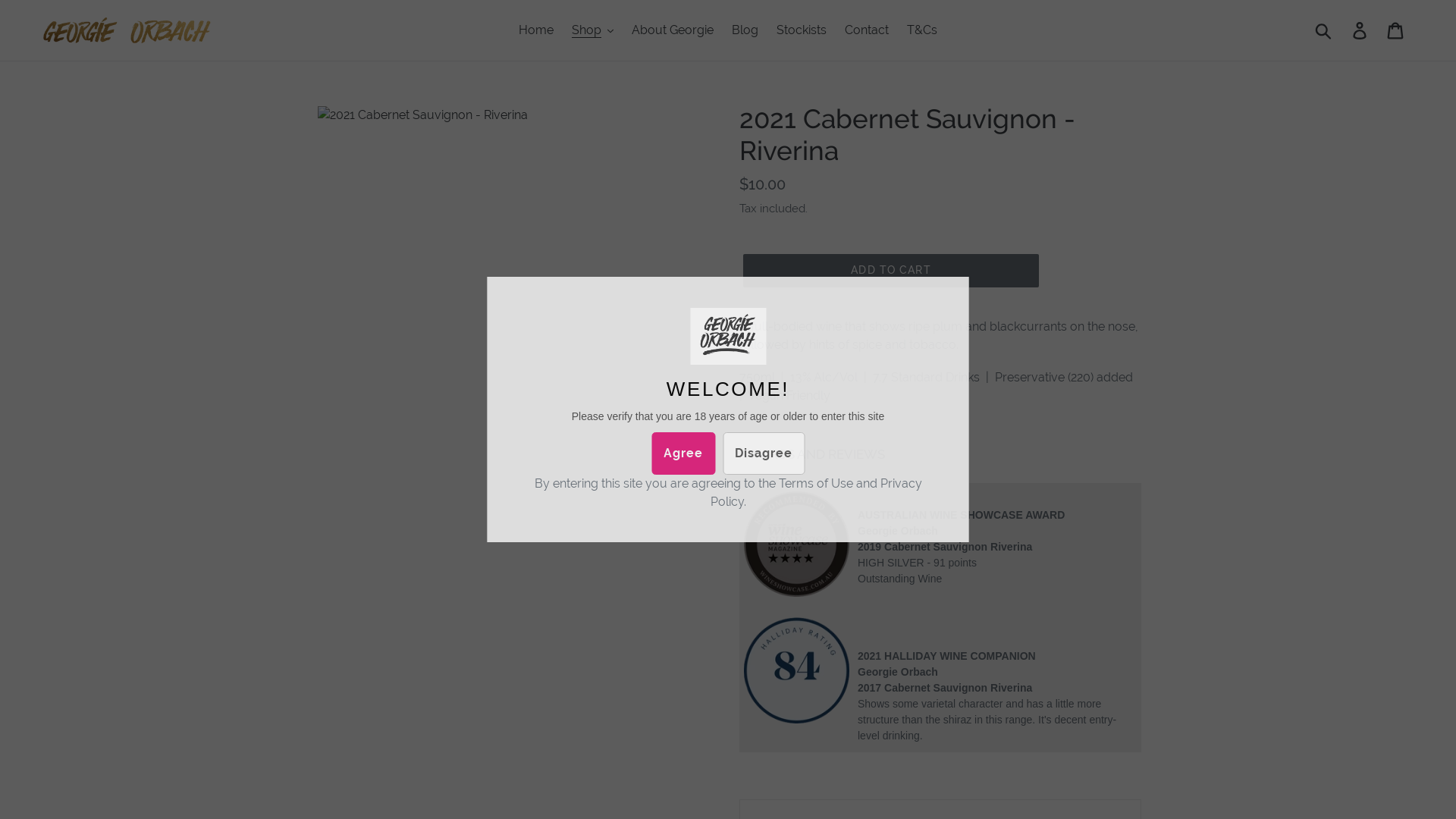 This screenshot has height=819, width=1456. What do you see at coordinates (800, 30) in the screenshot?
I see `'Stockists'` at bounding box center [800, 30].